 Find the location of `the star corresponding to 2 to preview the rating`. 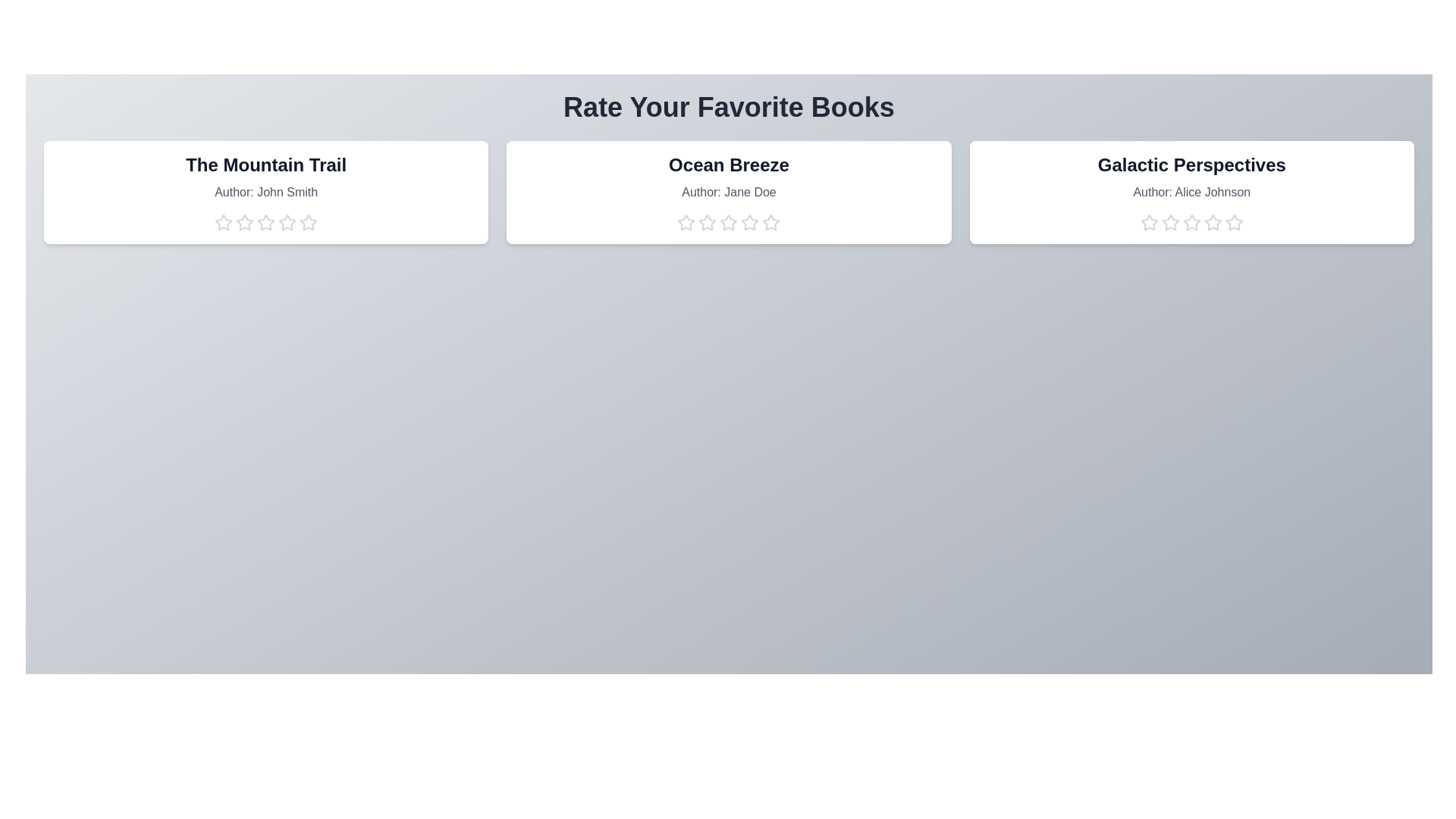

the star corresponding to 2 to preview the rating is located at coordinates (244, 222).